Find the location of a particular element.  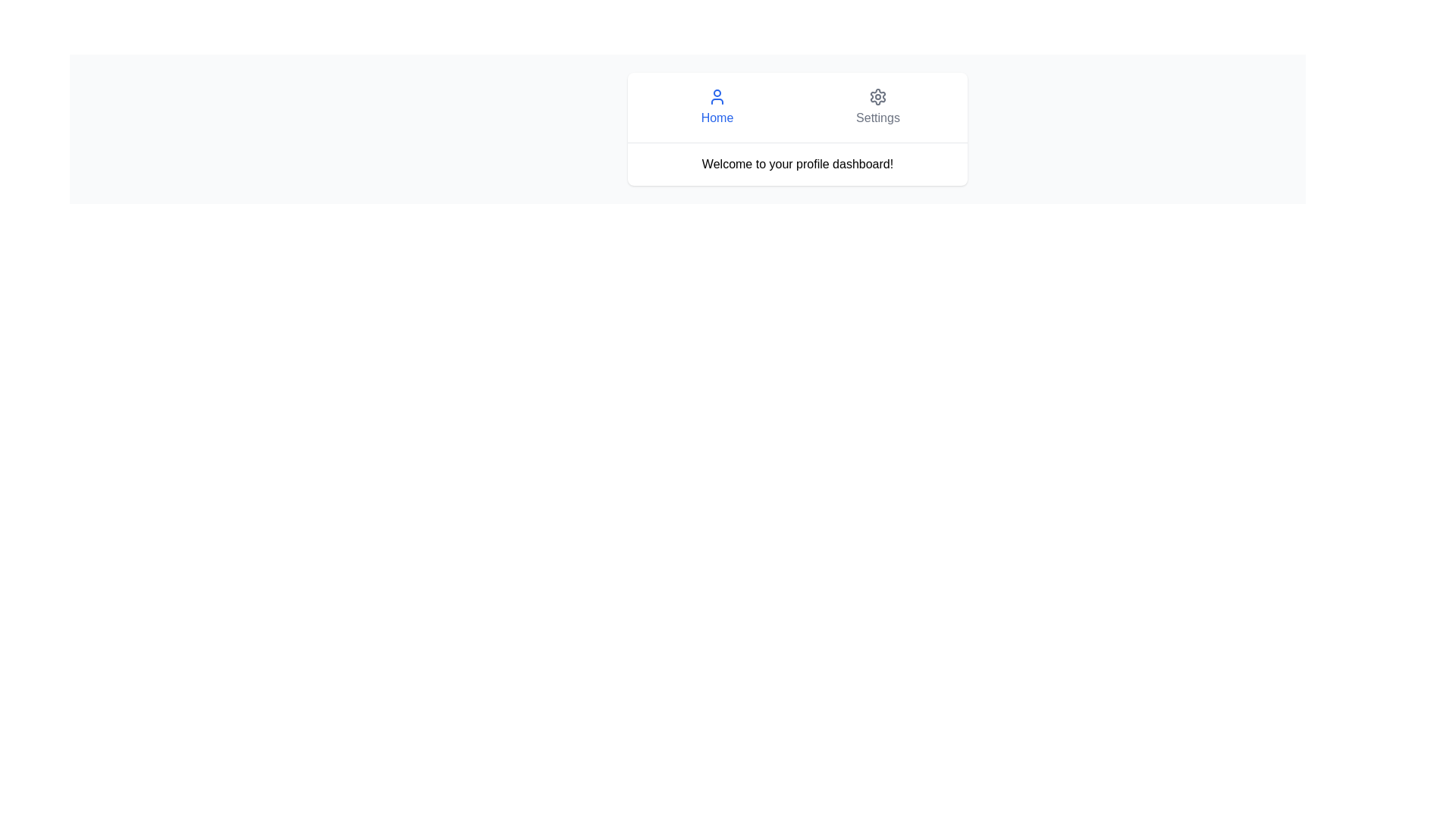

text from the label indicating a settings functionality for user account or application preferences, positioned to the right of the 'Home' text button is located at coordinates (877, 117).